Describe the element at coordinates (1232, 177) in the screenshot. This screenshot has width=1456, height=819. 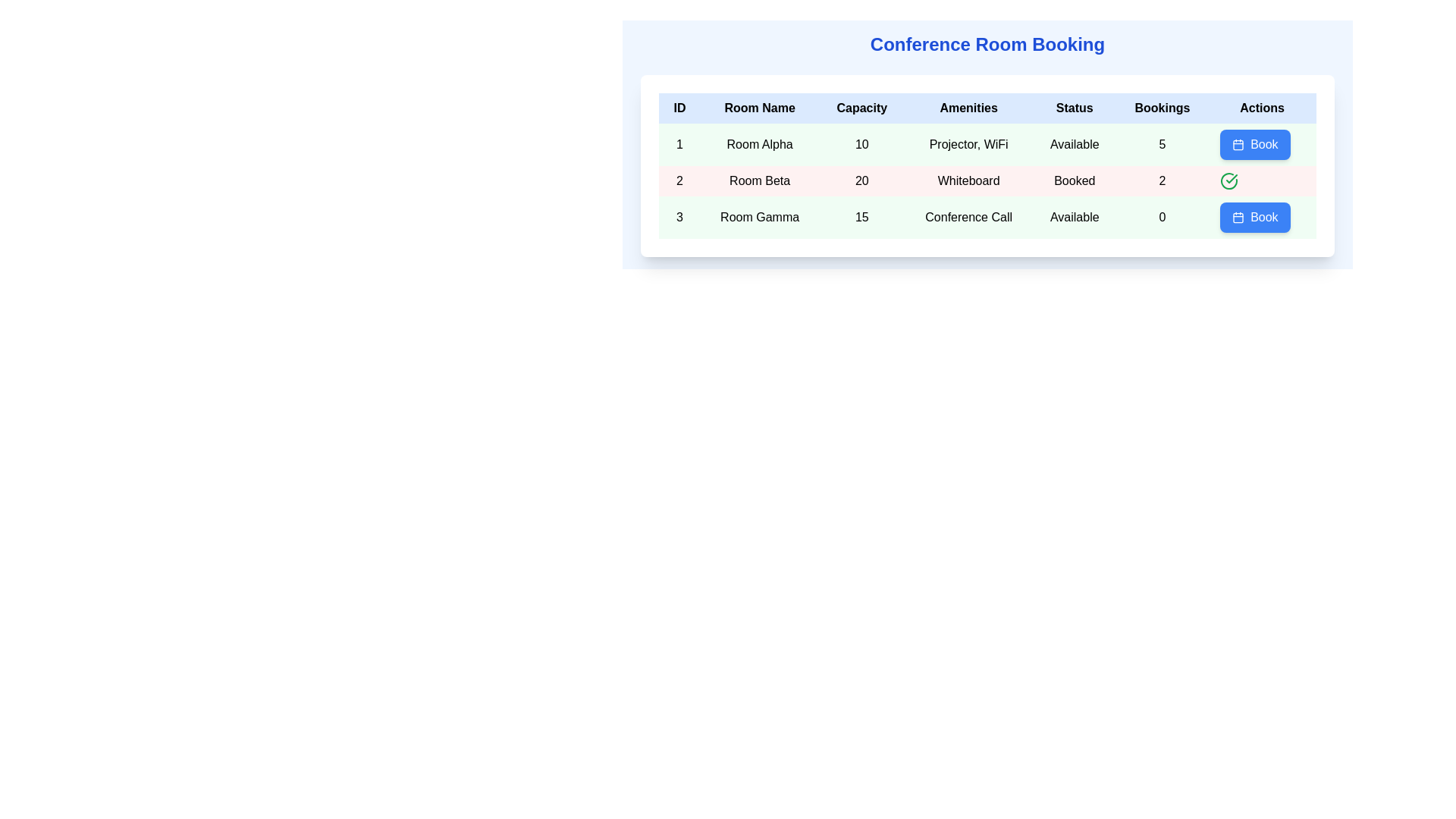
I see `the checkmark vector graphic within the circular icon in the Actions column of the second row corresponding to Room Beta` at that location.